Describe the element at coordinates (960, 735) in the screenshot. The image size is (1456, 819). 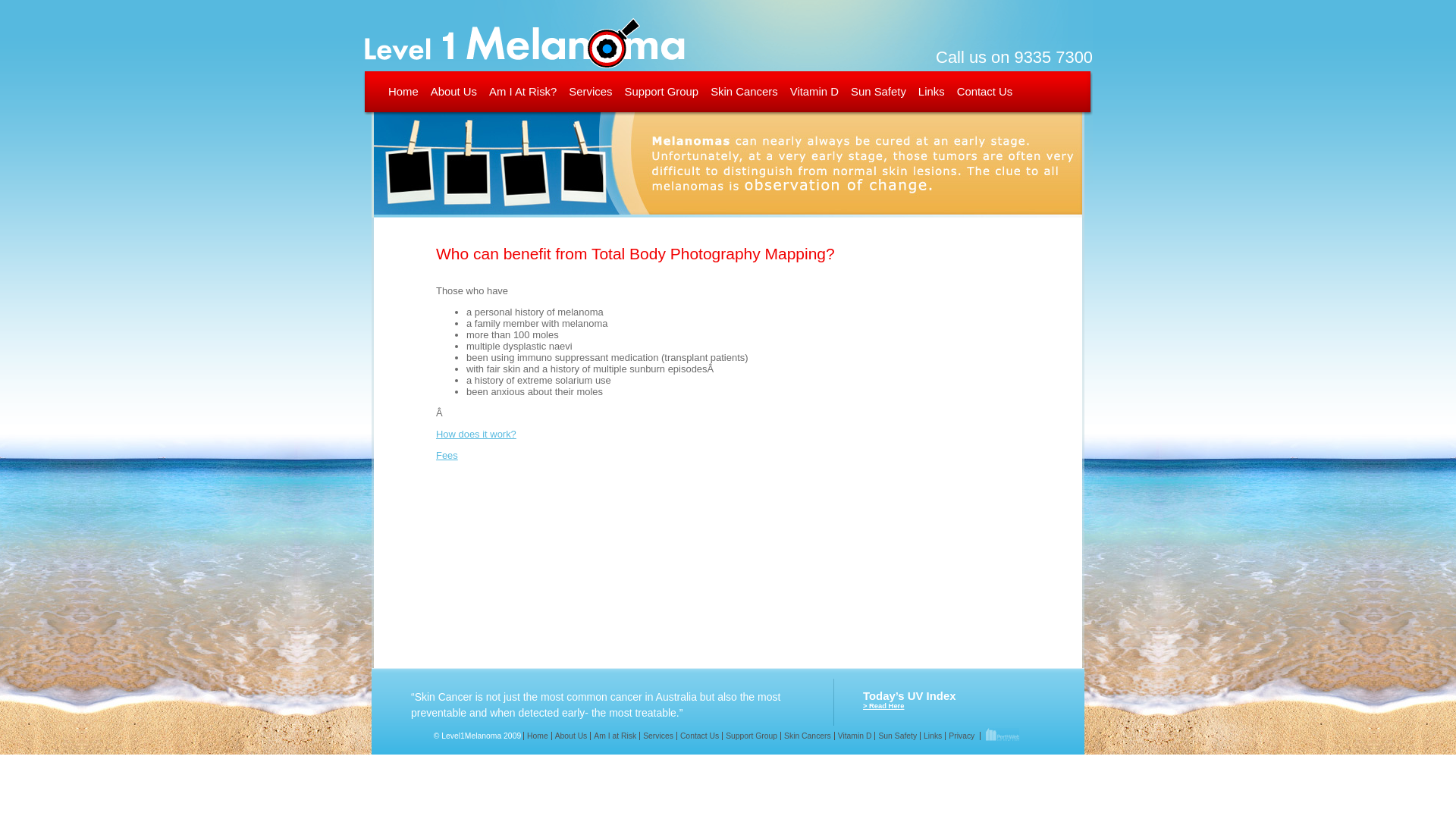
I see `'Privacy'` at that location.